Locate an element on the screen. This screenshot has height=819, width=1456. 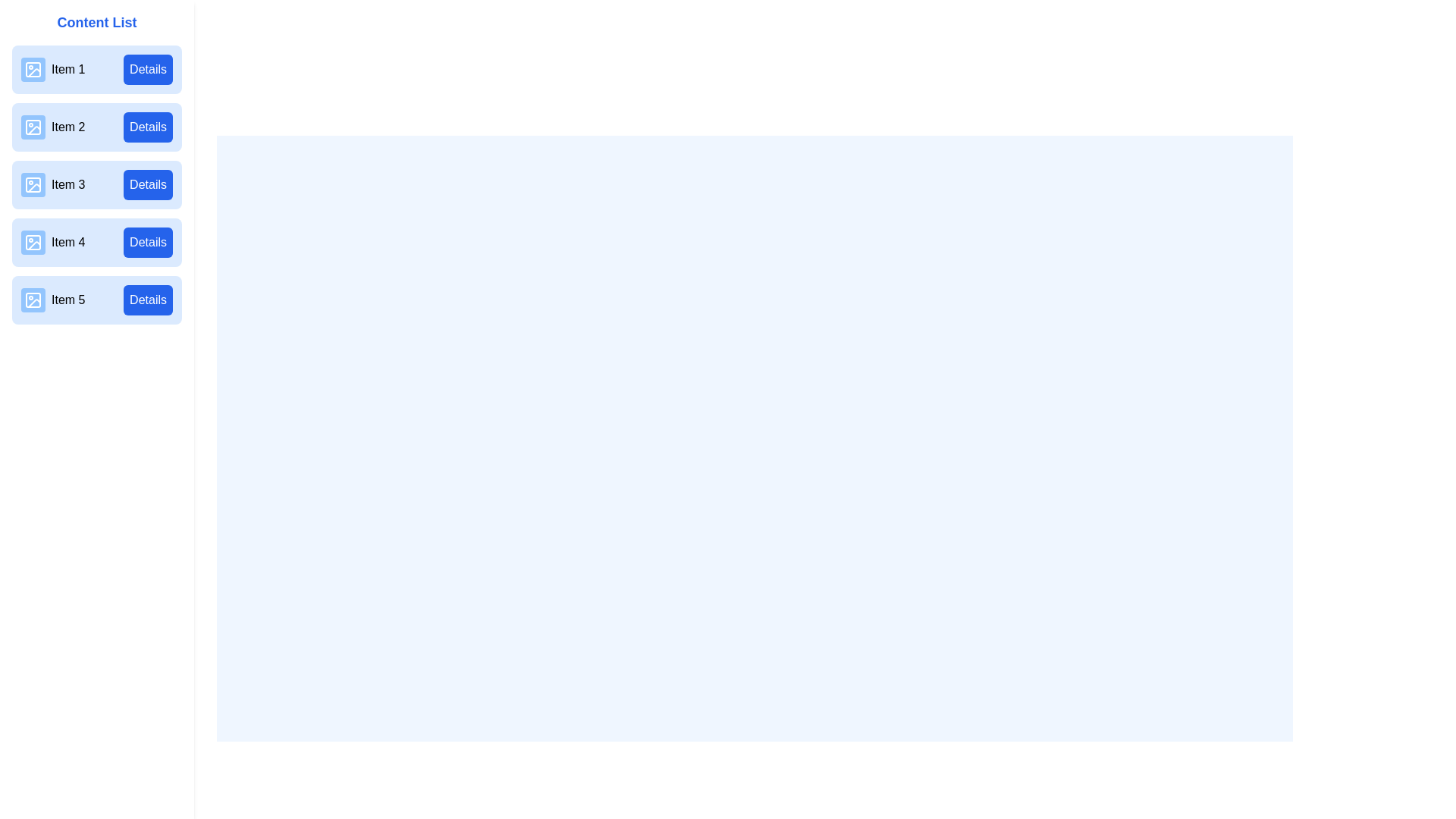
the text label displaying 'Item 3' which is centrally aligned in the third row of the content list, positioned between an icon and a 'Details' button is located at coordinates (67, 184).